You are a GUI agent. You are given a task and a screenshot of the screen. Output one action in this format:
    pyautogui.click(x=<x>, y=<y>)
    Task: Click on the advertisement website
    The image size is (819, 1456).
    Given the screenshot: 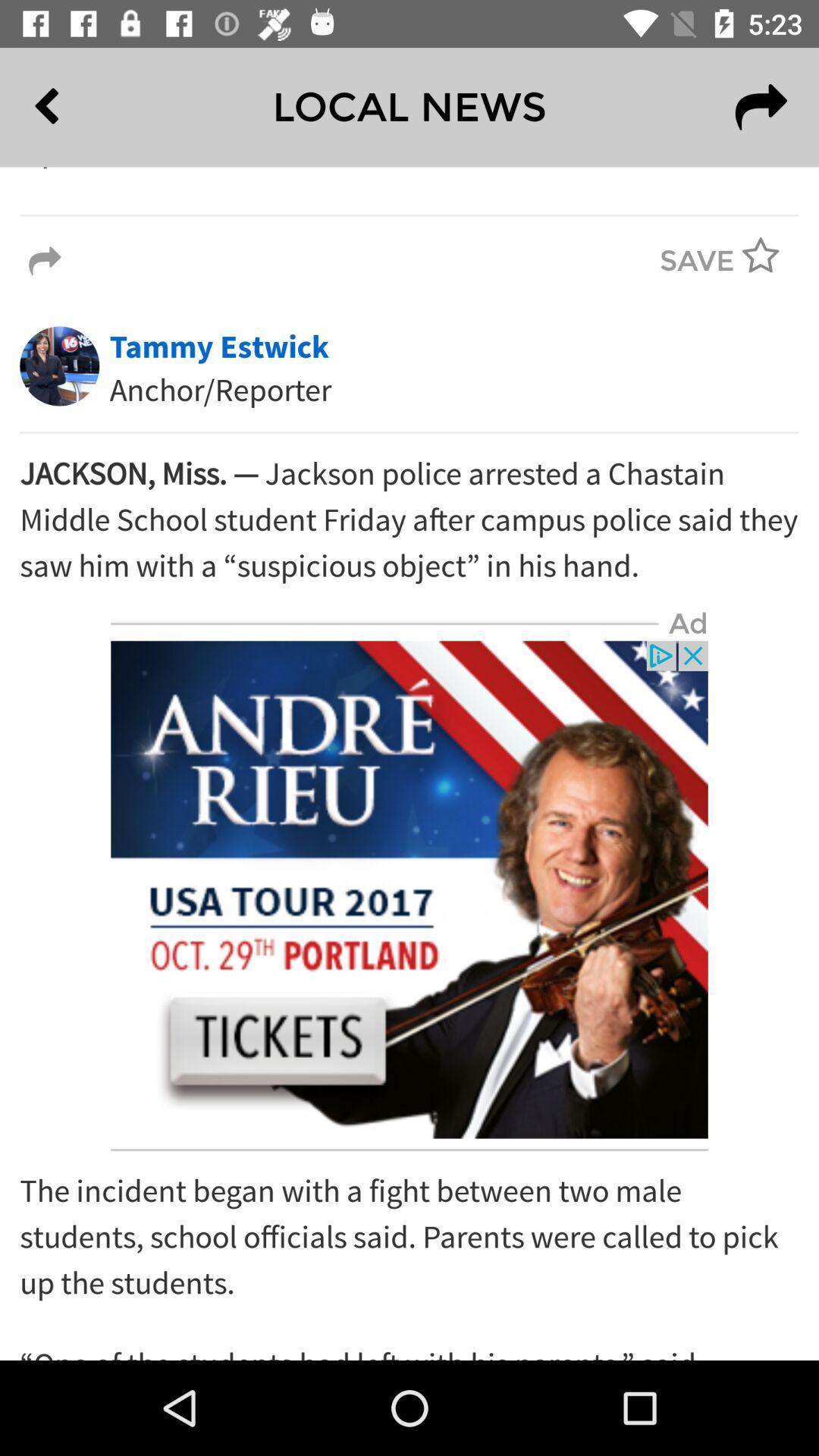 What is the action you would take?
    pyautogui.click(x=409, y=890)
    